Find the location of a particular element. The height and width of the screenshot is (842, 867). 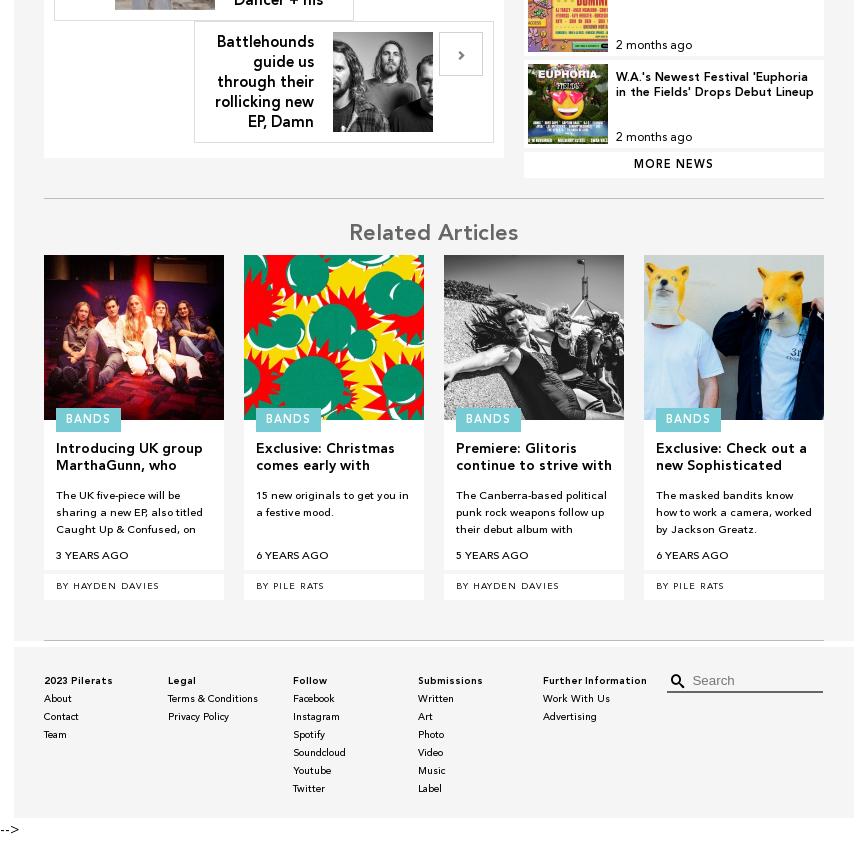

'2023 Pilerats' is located at coordinates (77, 680).